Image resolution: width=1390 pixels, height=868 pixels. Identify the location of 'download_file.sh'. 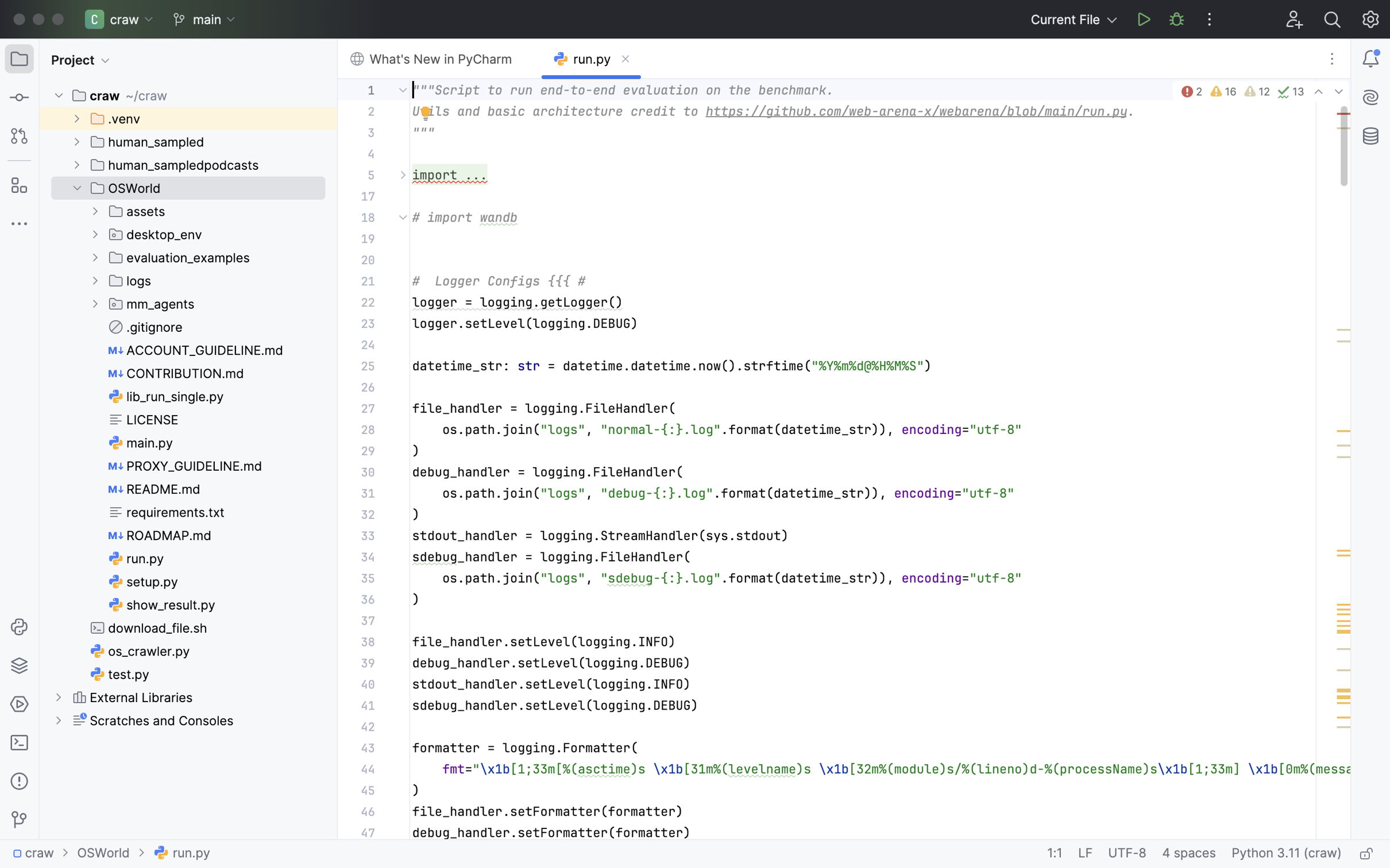
(149, 627).